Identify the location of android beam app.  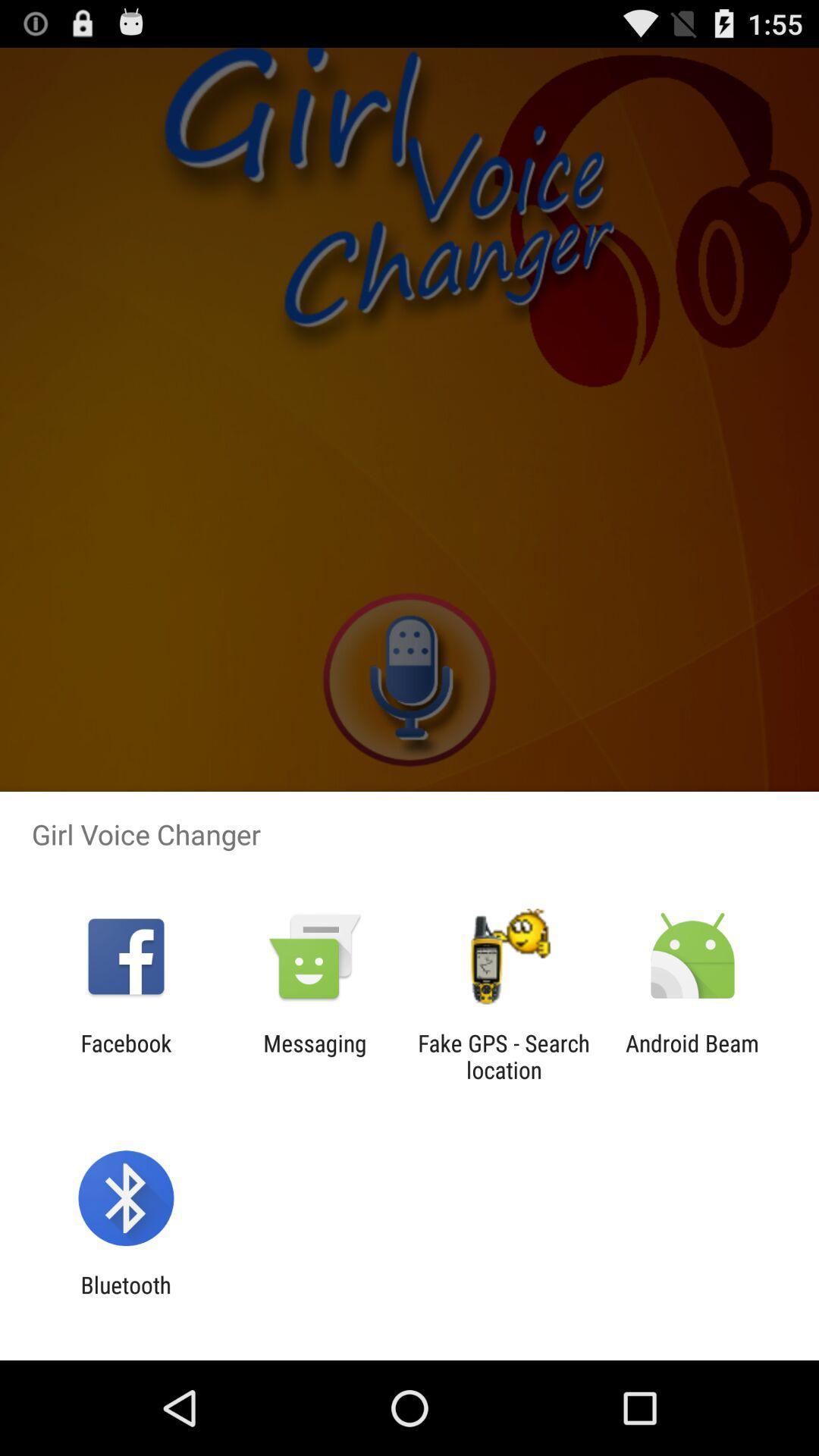
(692, 1056).